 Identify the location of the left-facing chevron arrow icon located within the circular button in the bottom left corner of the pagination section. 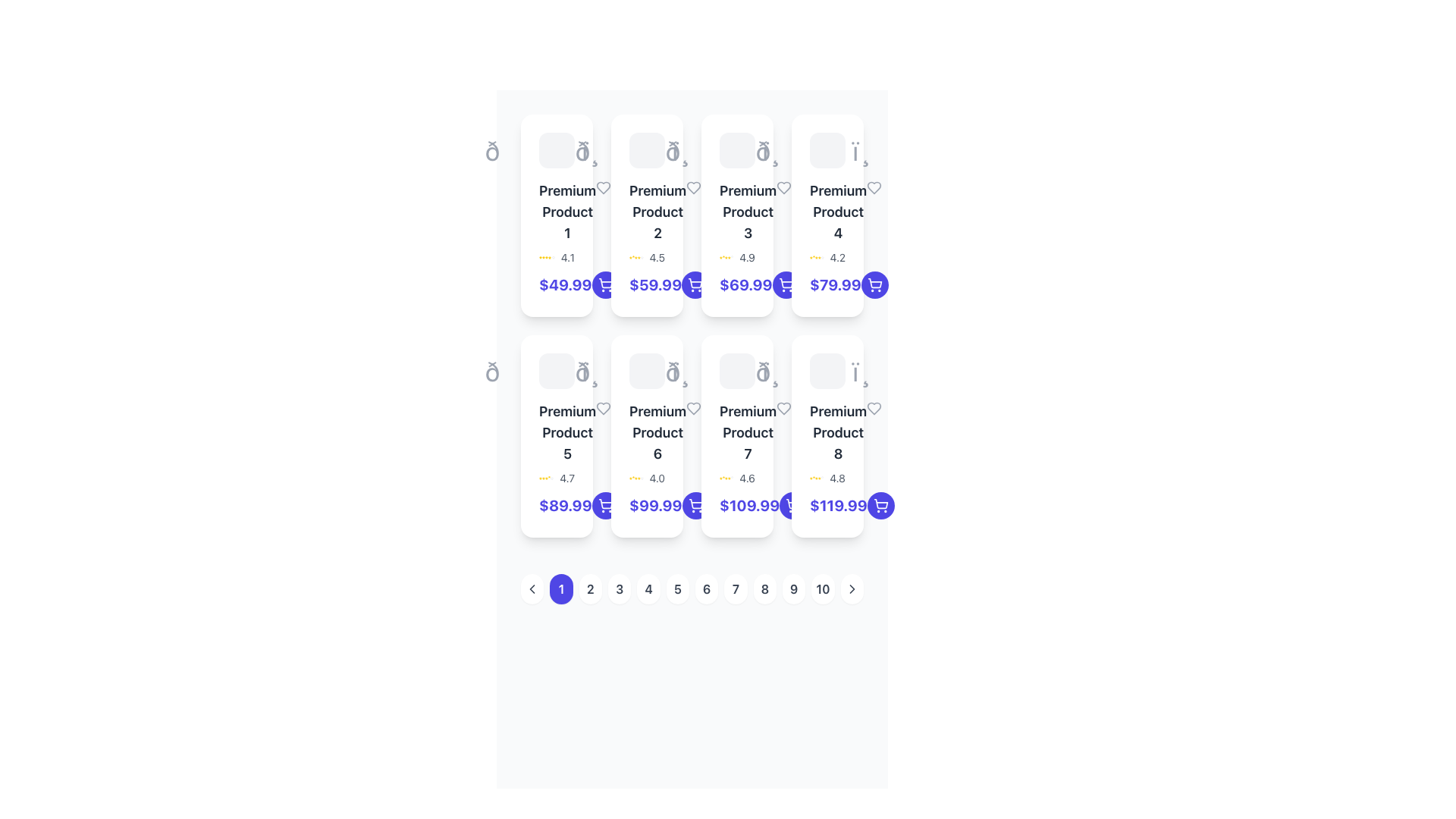
(532, 588).